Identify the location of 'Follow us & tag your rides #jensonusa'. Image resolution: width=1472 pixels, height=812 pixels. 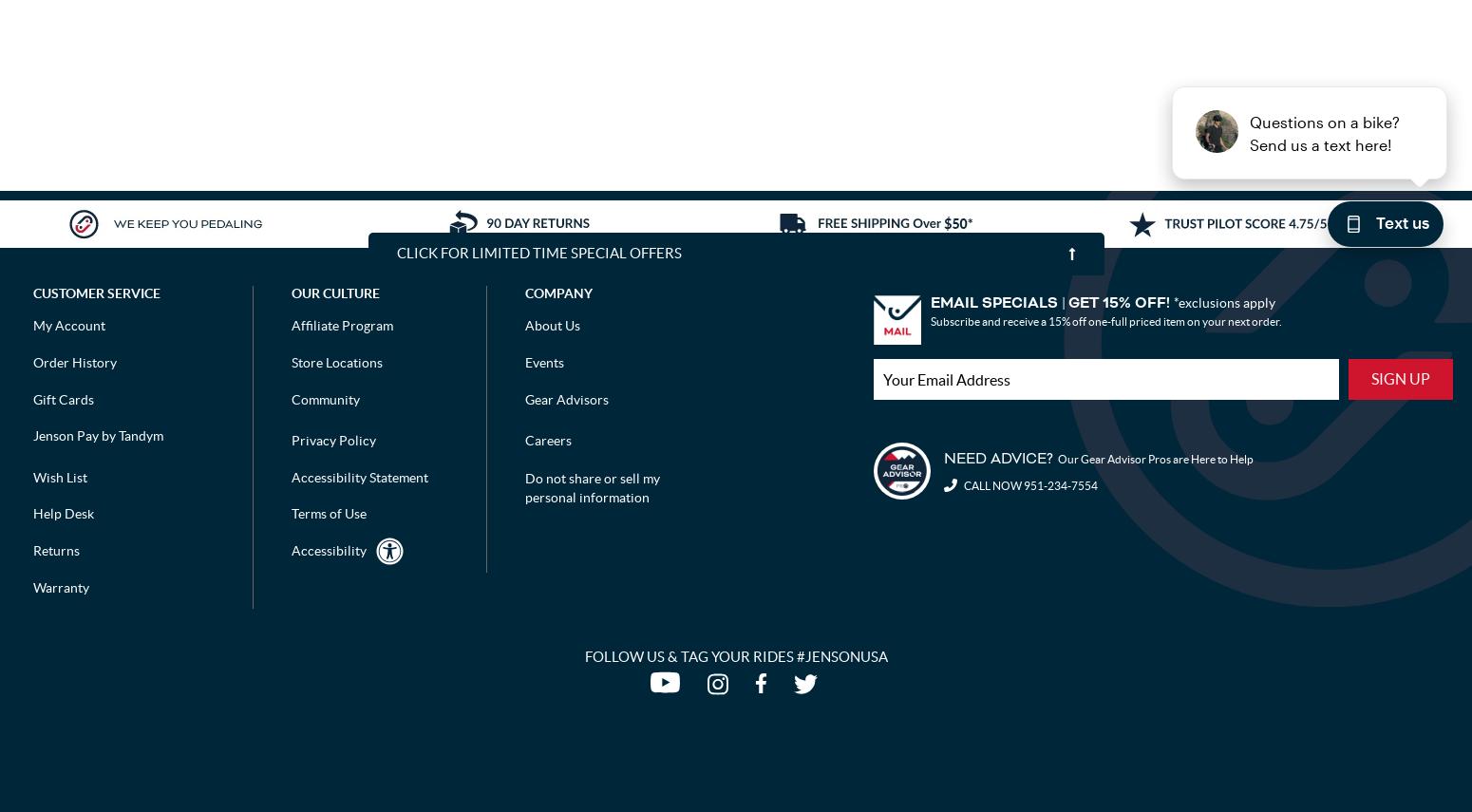
(735, 656).